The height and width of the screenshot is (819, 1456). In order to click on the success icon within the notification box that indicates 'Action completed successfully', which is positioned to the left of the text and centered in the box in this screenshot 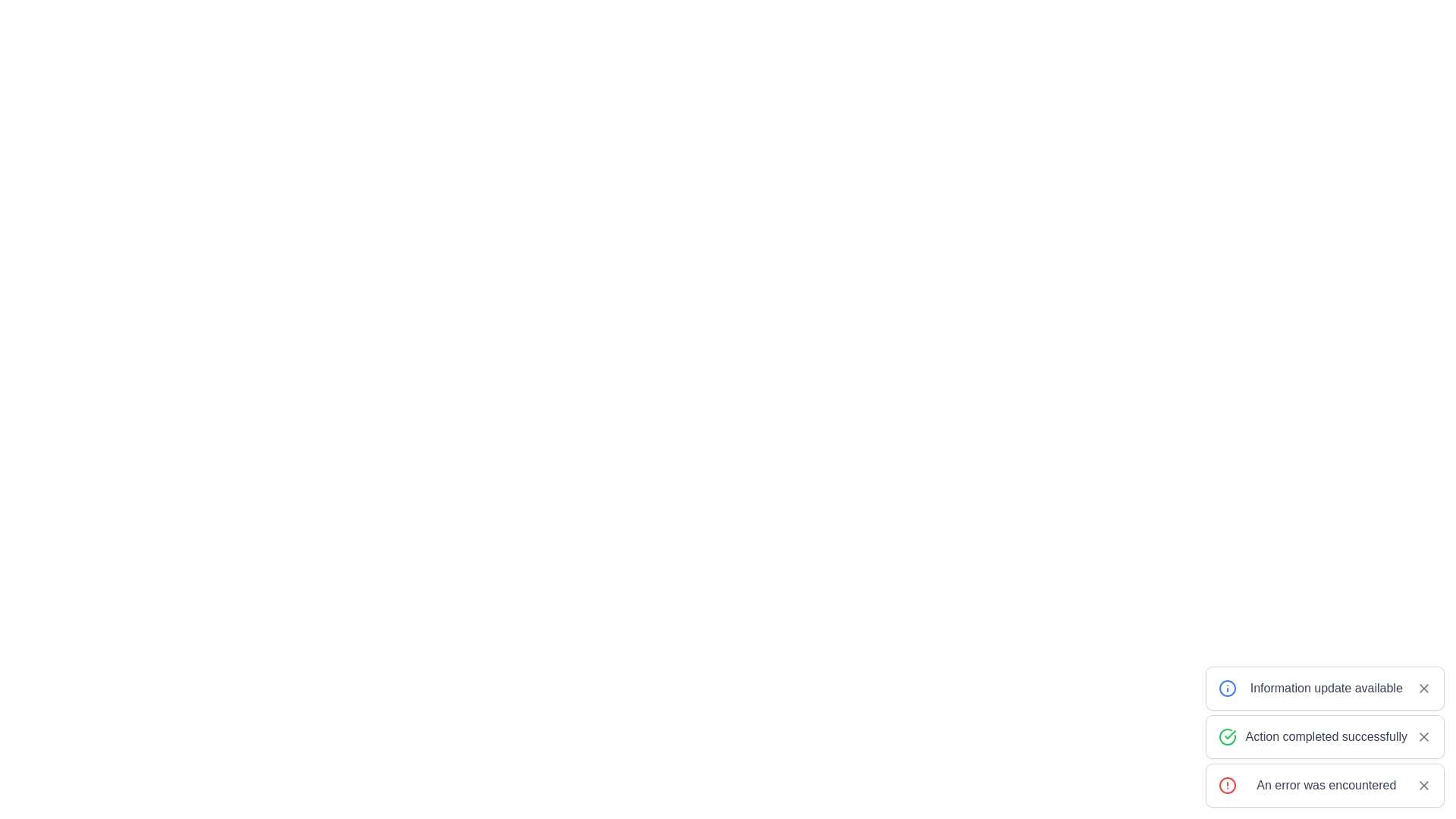, I will do `click(1227, 736)`.